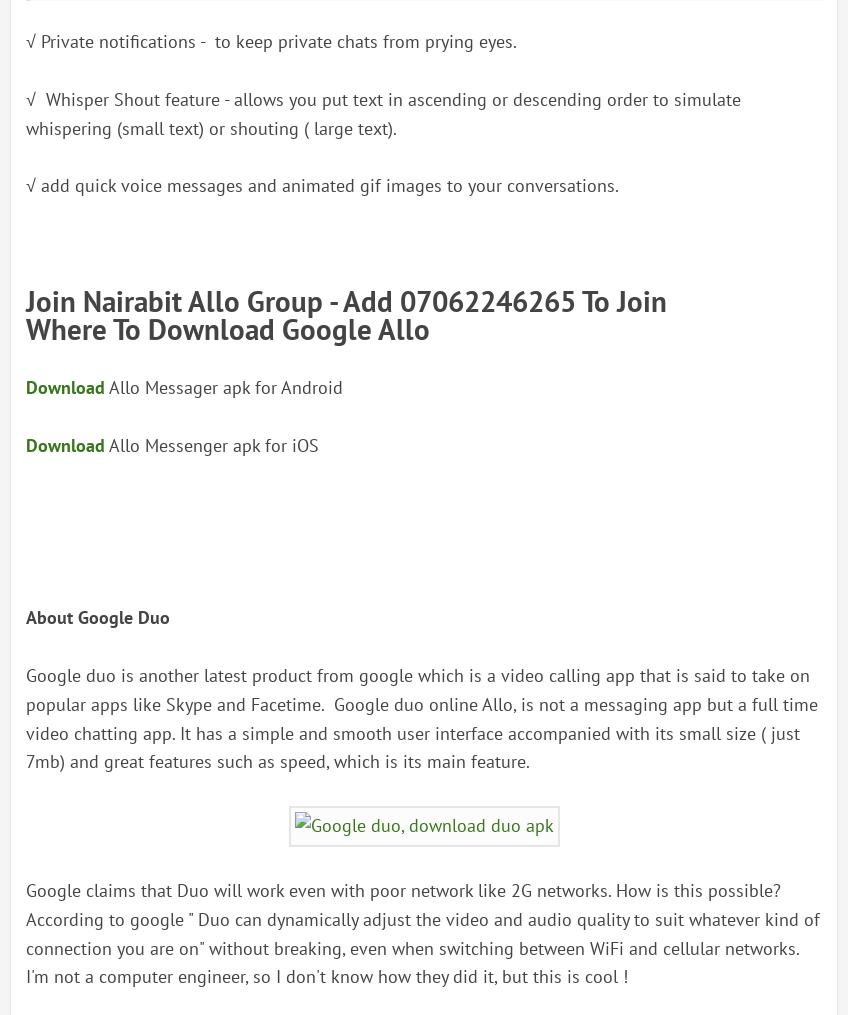 This screenshot has height=1015, width=848. I want to click on 'Google', so click(107, 616).